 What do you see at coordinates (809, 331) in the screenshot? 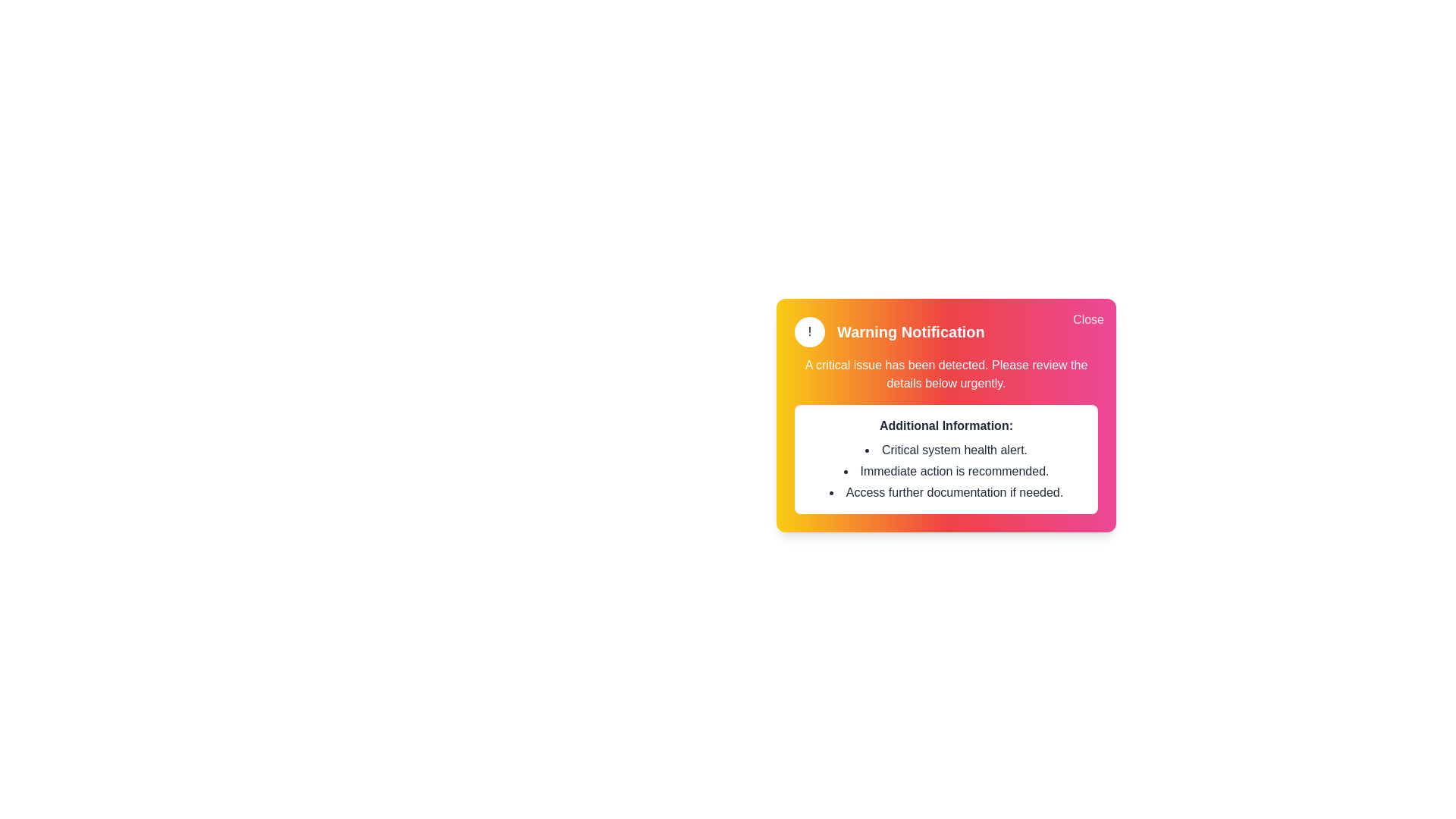
I see `the rounded icon to inspect its visual design` at bounding box center [809, 331].